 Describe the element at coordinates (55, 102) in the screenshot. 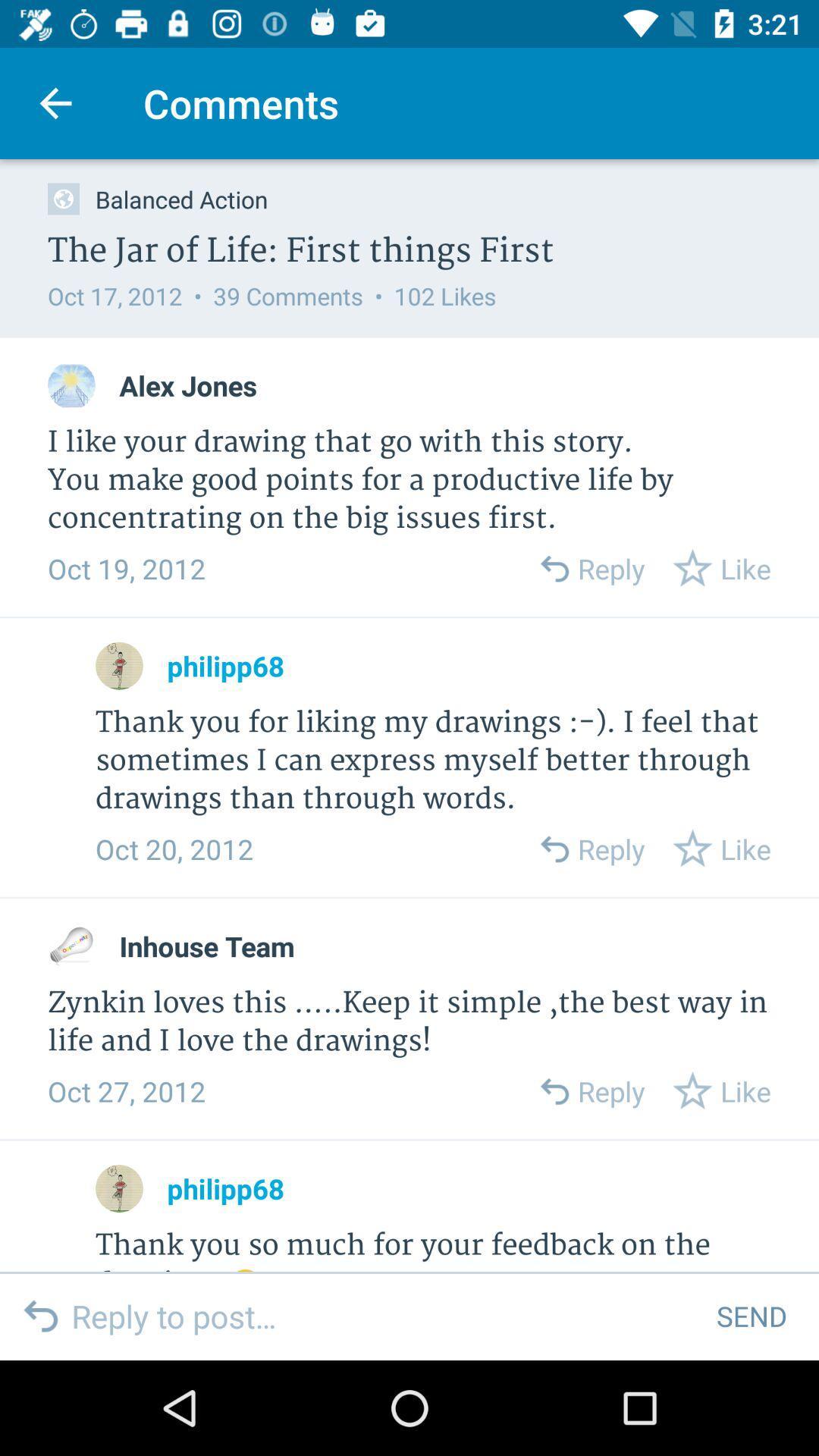

I see `the icon to the left of comments item` at that location.